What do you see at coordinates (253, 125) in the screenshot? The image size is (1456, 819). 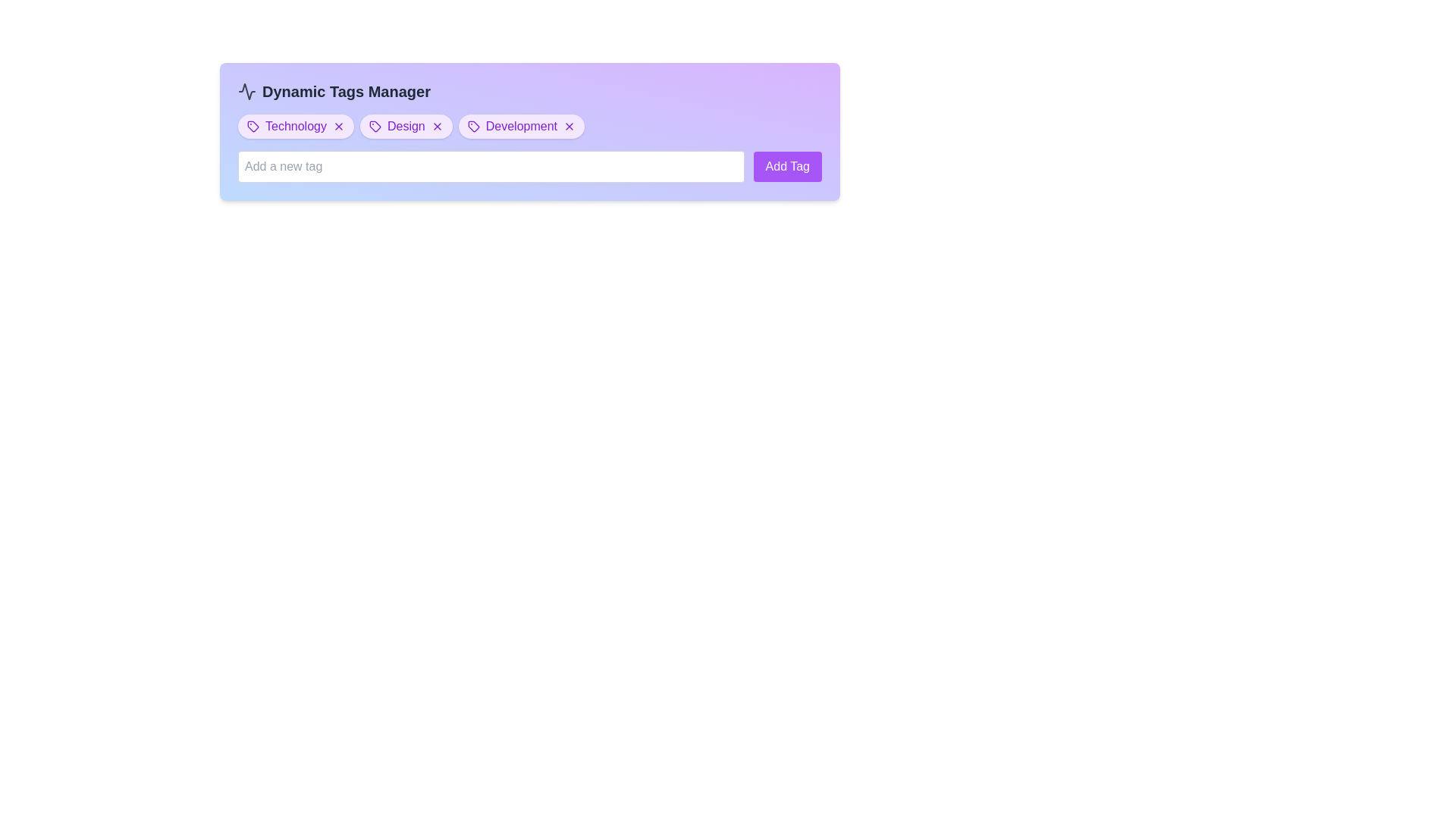 I see `the decorative icon associated with the 'Technology' tag label in the top-left section of the 'Dynamic Tags Manager' toolbar` at bounding box center [253, 125].